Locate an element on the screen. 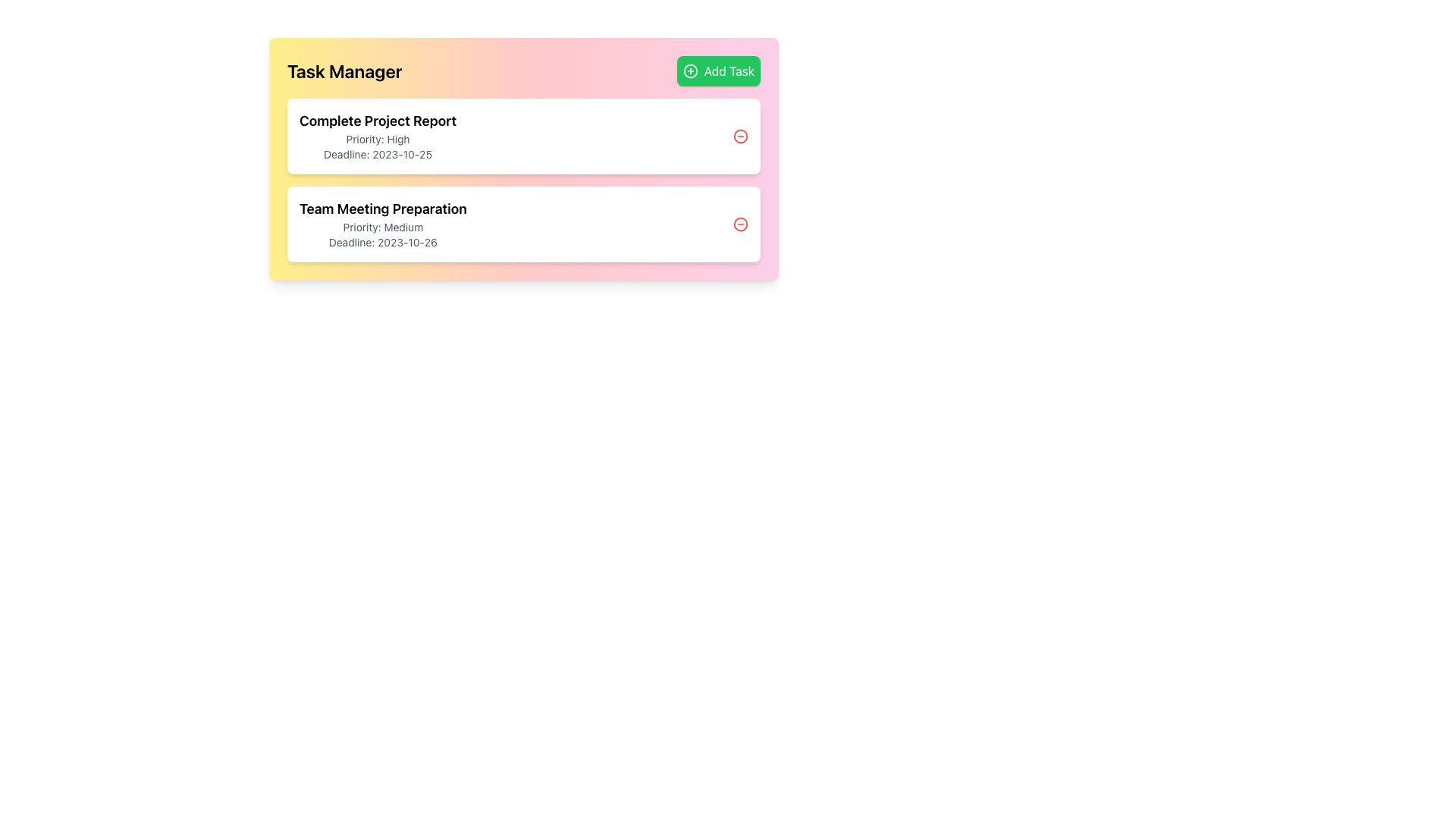 This screenshot has width=1456, height=819. the static text label that serves as the title for the task entry labeled 'Team Meeting Preparation', located in the second row of a vertical list is located at coordinates (383, 209).